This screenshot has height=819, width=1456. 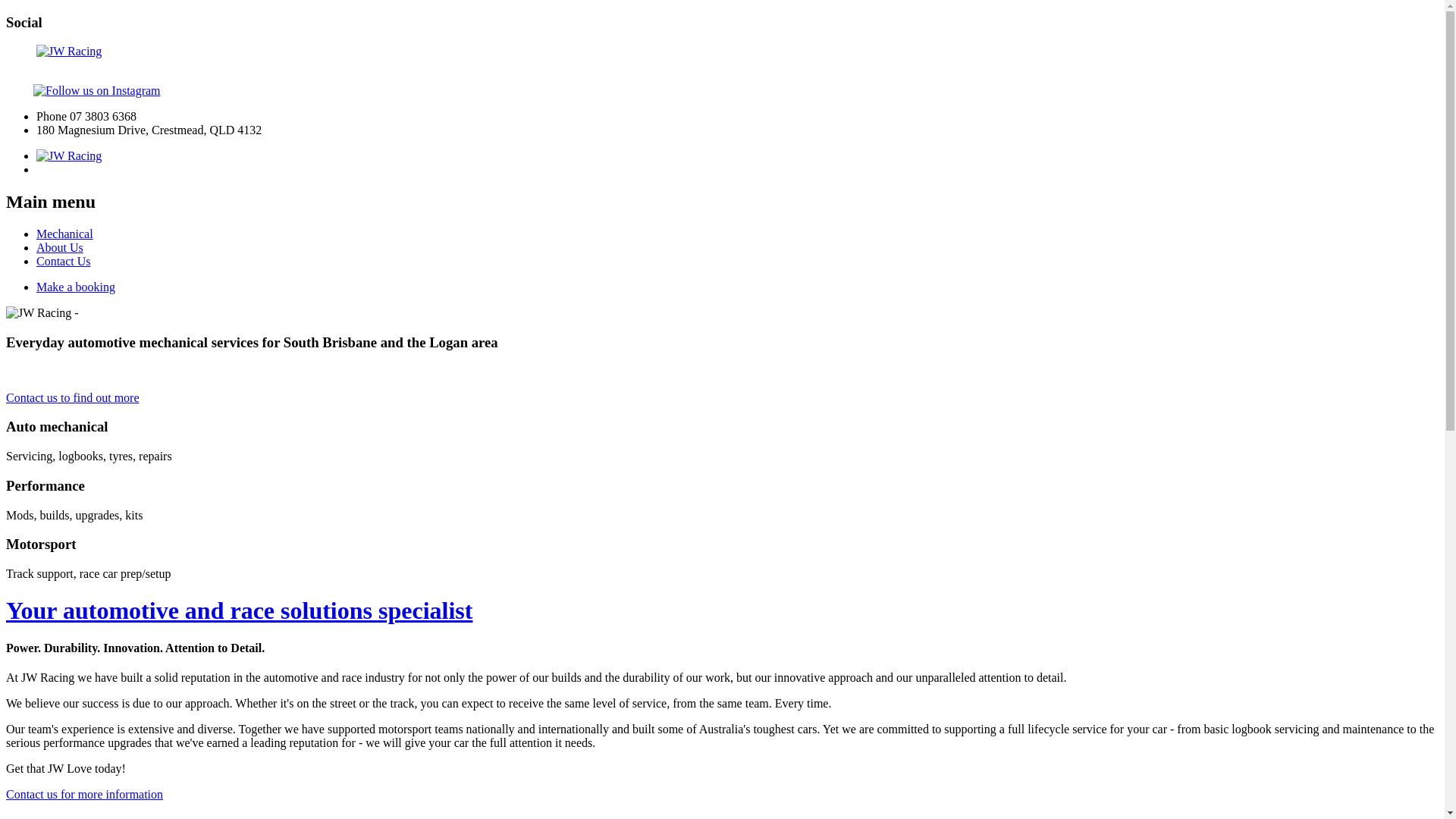 What do you see at coordinates (6, 397) in the screenshot?
I see `'Contact us to find out more'` at bounding box center [6, 397].